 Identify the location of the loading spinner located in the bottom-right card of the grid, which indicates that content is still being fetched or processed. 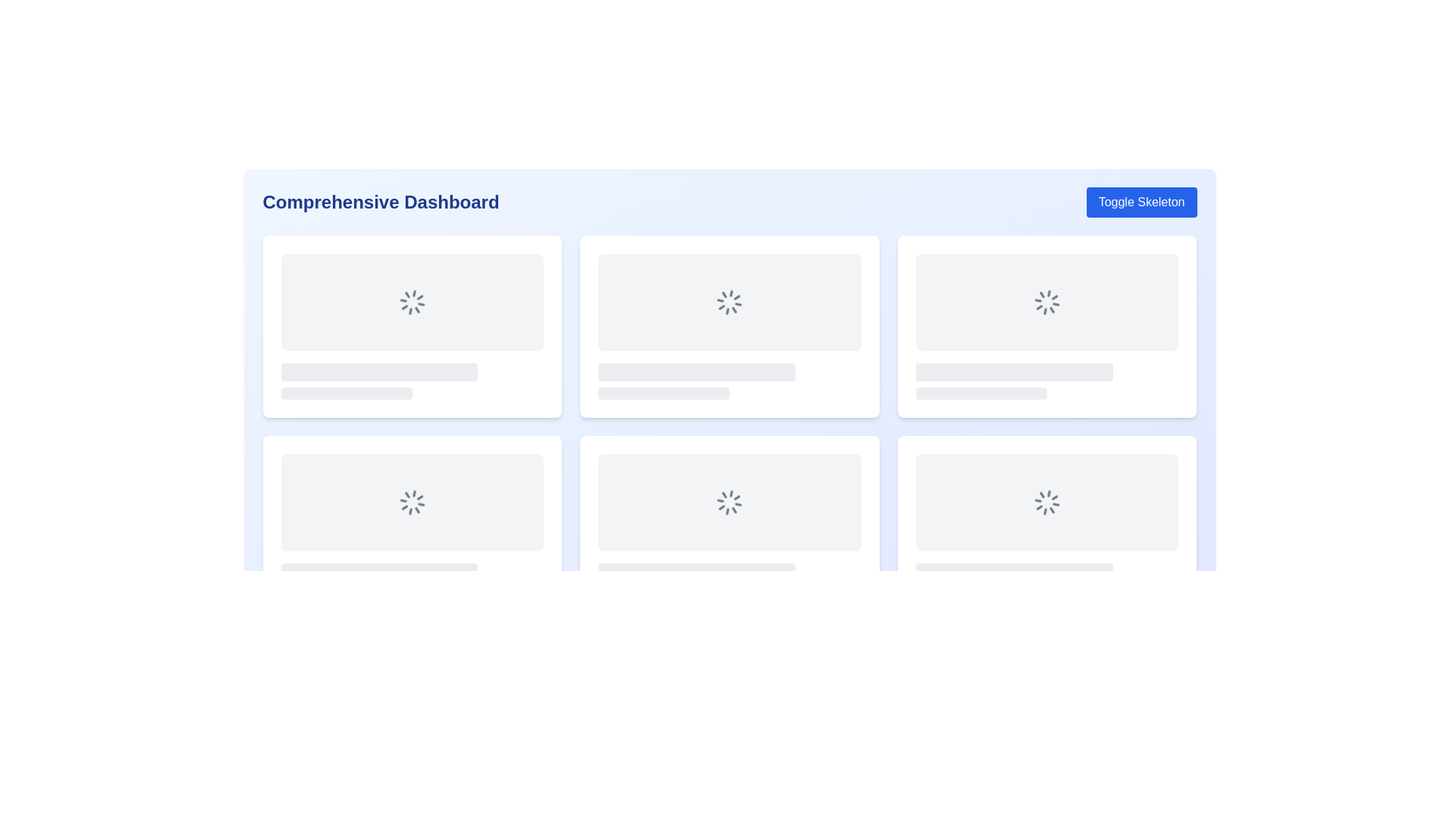
(1046, 503).